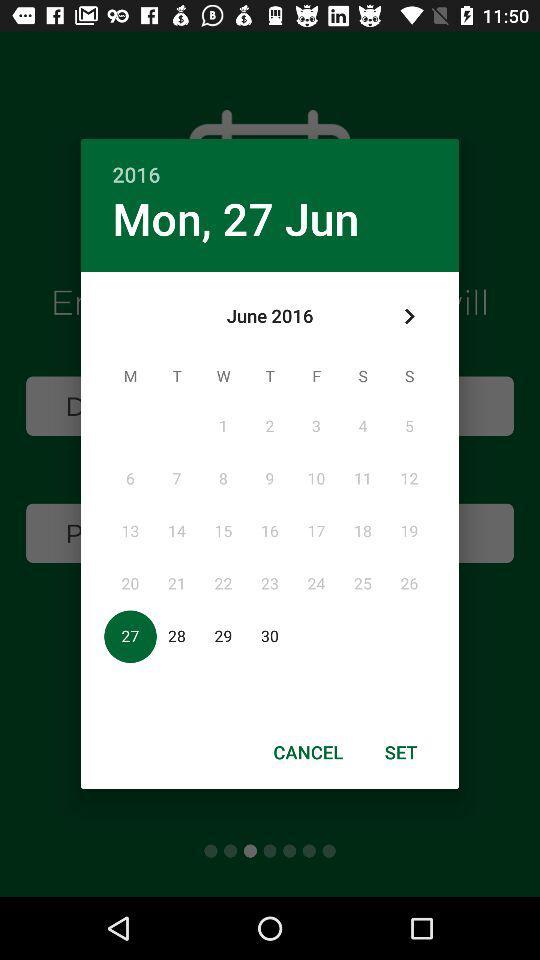 The image size is (540, 960). Describe the element at coordinates (408, 316) in the screenshot. I see `icon at the top right corner` at that location.